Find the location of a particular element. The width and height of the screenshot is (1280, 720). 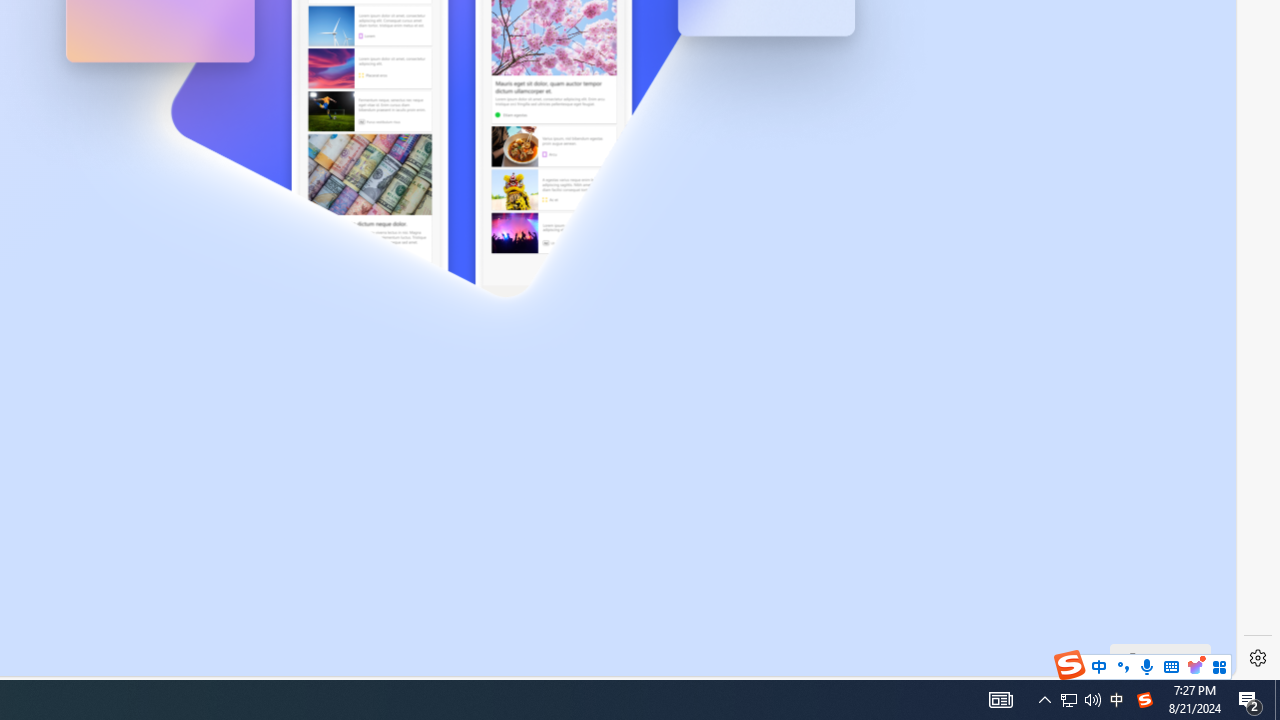

'Feedback' is located at coordinates (1160, 659).